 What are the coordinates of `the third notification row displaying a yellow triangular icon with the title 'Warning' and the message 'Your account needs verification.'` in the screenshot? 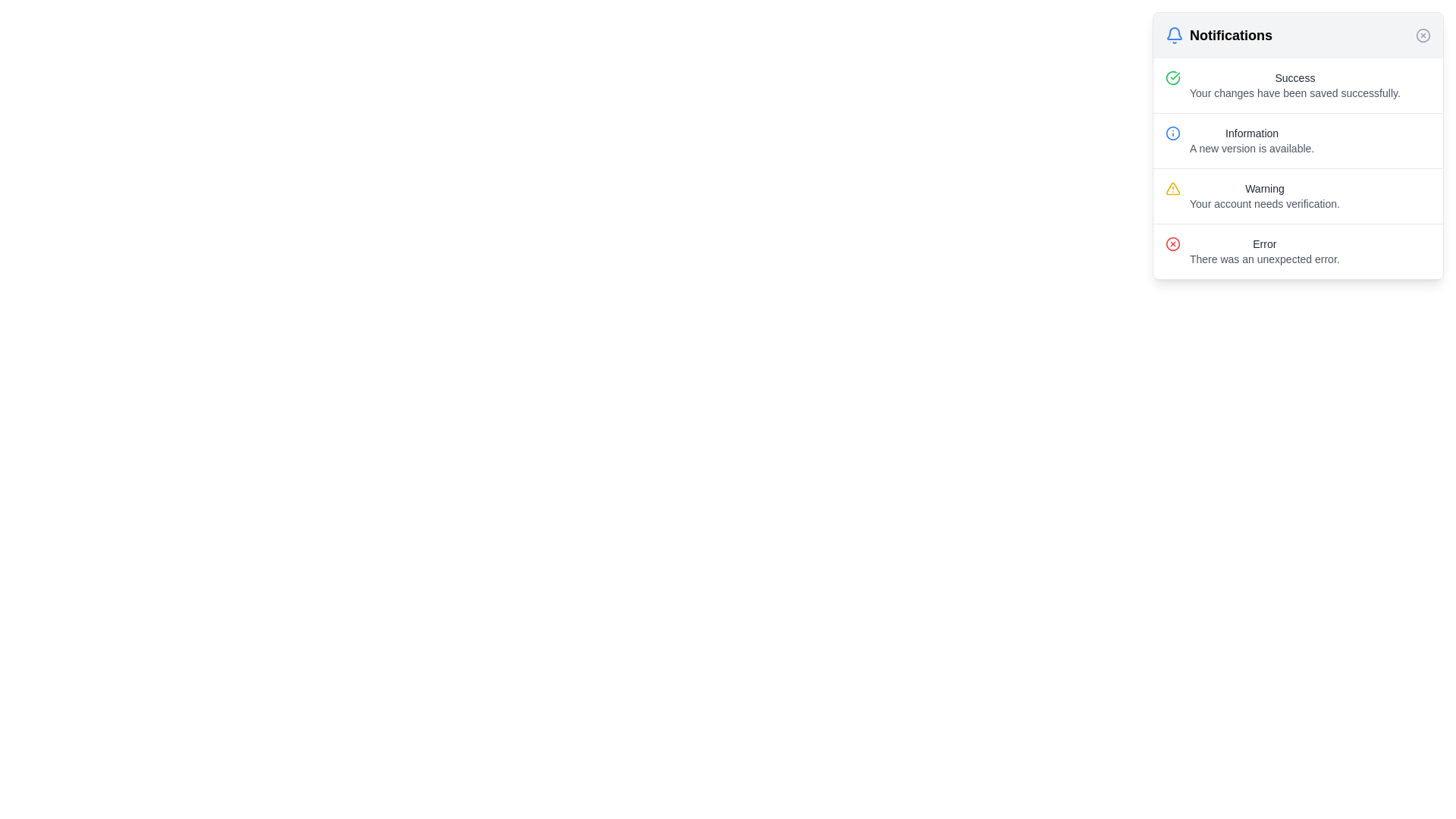 It's located at (1298, 195).